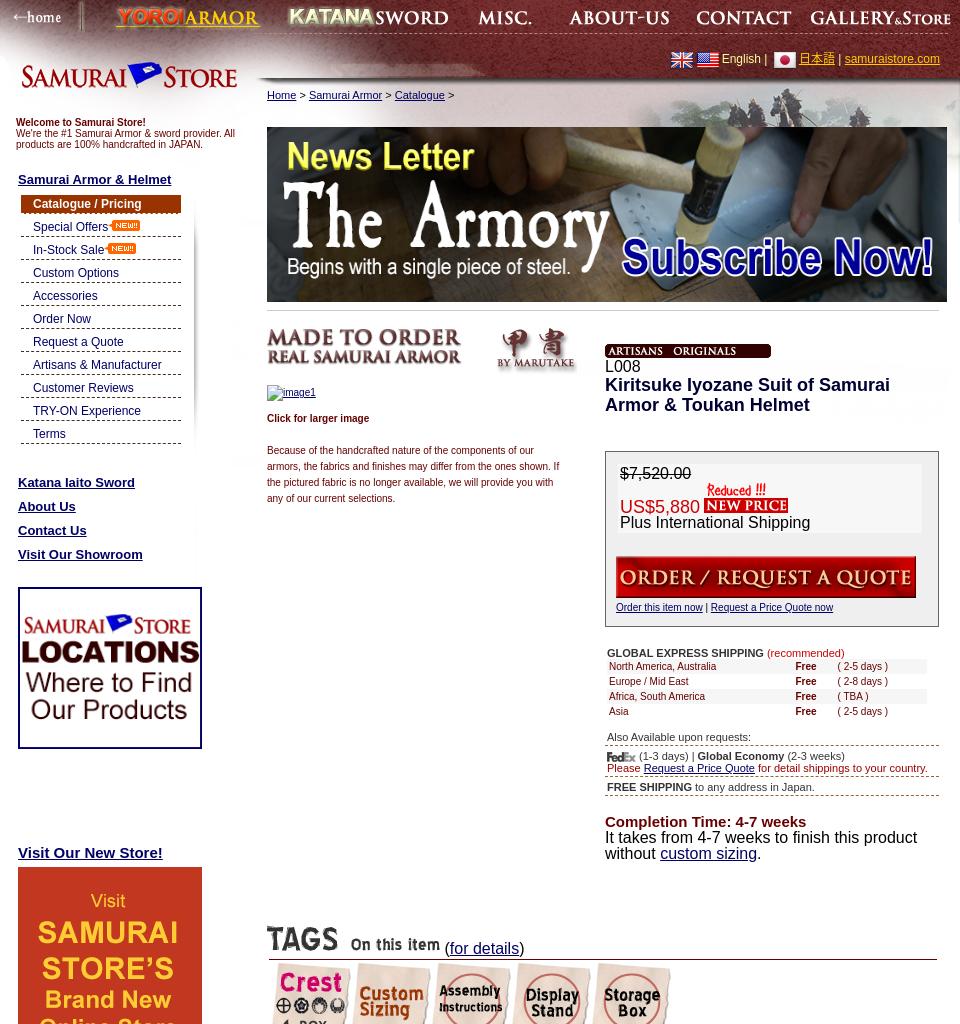 This screenshot has height=1024, width=960. I want to click on '.', so click(757, 852).